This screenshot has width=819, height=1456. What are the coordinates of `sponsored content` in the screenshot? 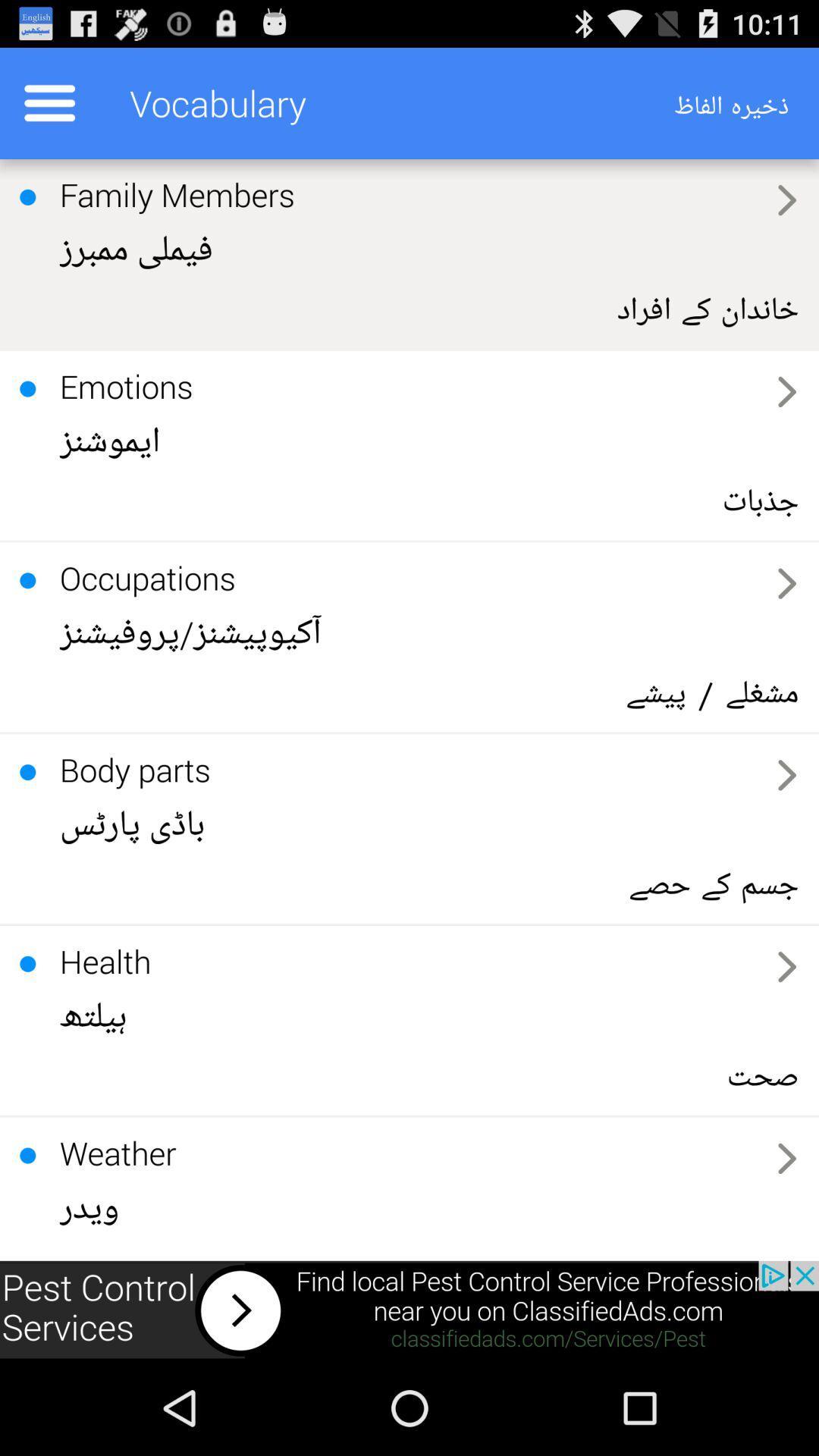 It's located at (409, 1310).